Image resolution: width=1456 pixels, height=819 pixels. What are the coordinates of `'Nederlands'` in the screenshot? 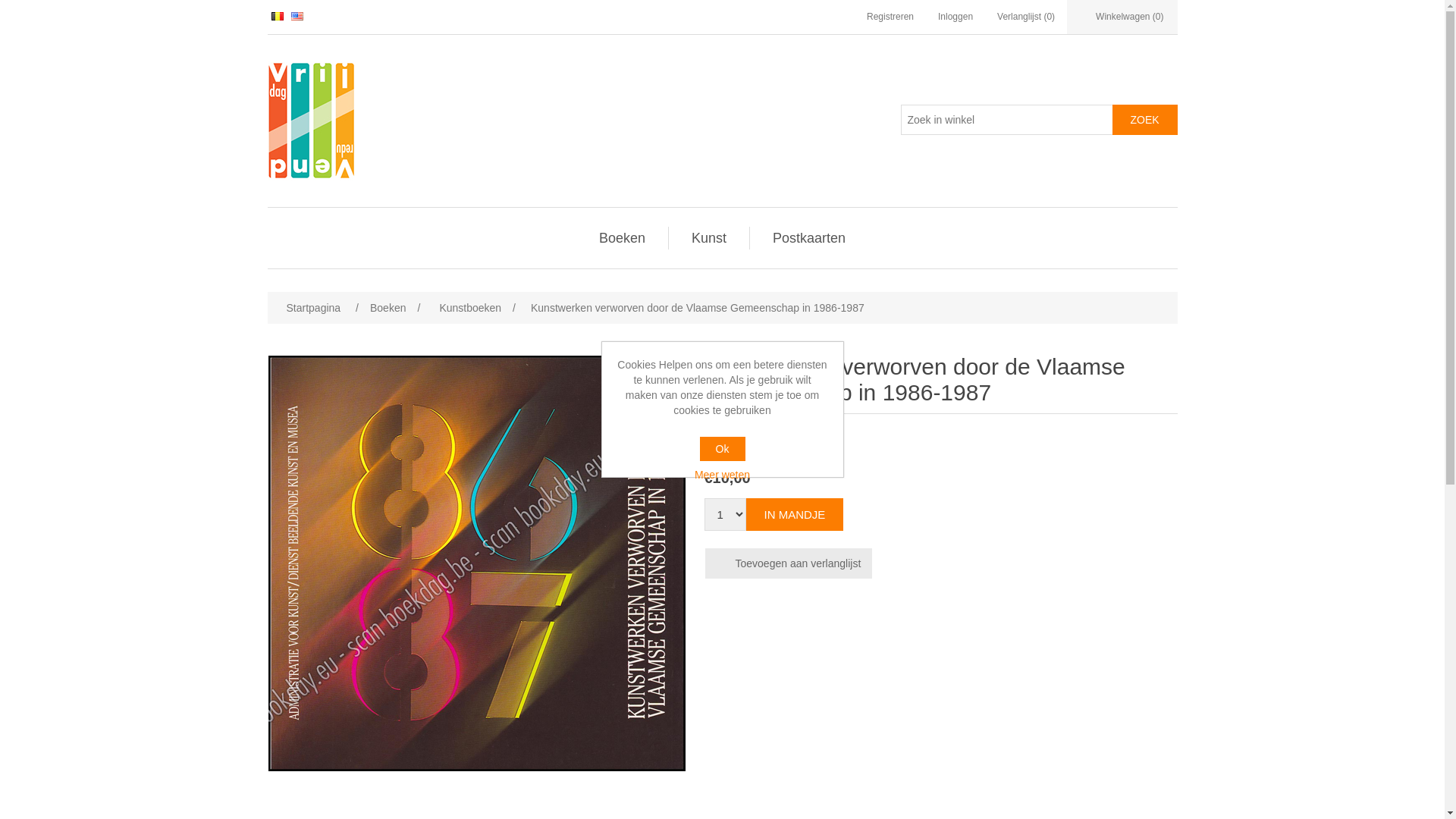 It's located at (277, 16).